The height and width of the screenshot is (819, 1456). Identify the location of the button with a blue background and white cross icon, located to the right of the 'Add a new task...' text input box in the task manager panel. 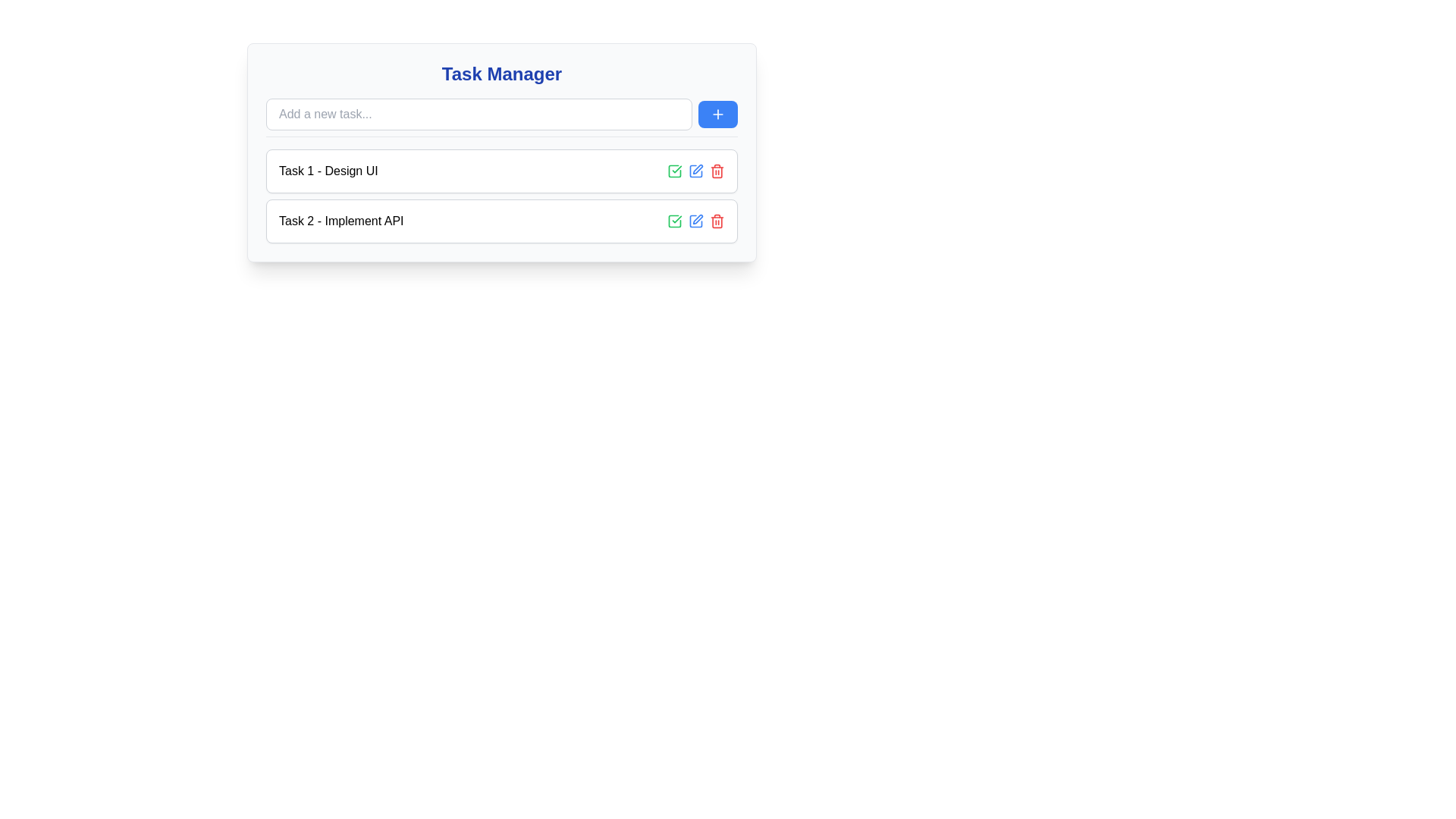
(717, 113).